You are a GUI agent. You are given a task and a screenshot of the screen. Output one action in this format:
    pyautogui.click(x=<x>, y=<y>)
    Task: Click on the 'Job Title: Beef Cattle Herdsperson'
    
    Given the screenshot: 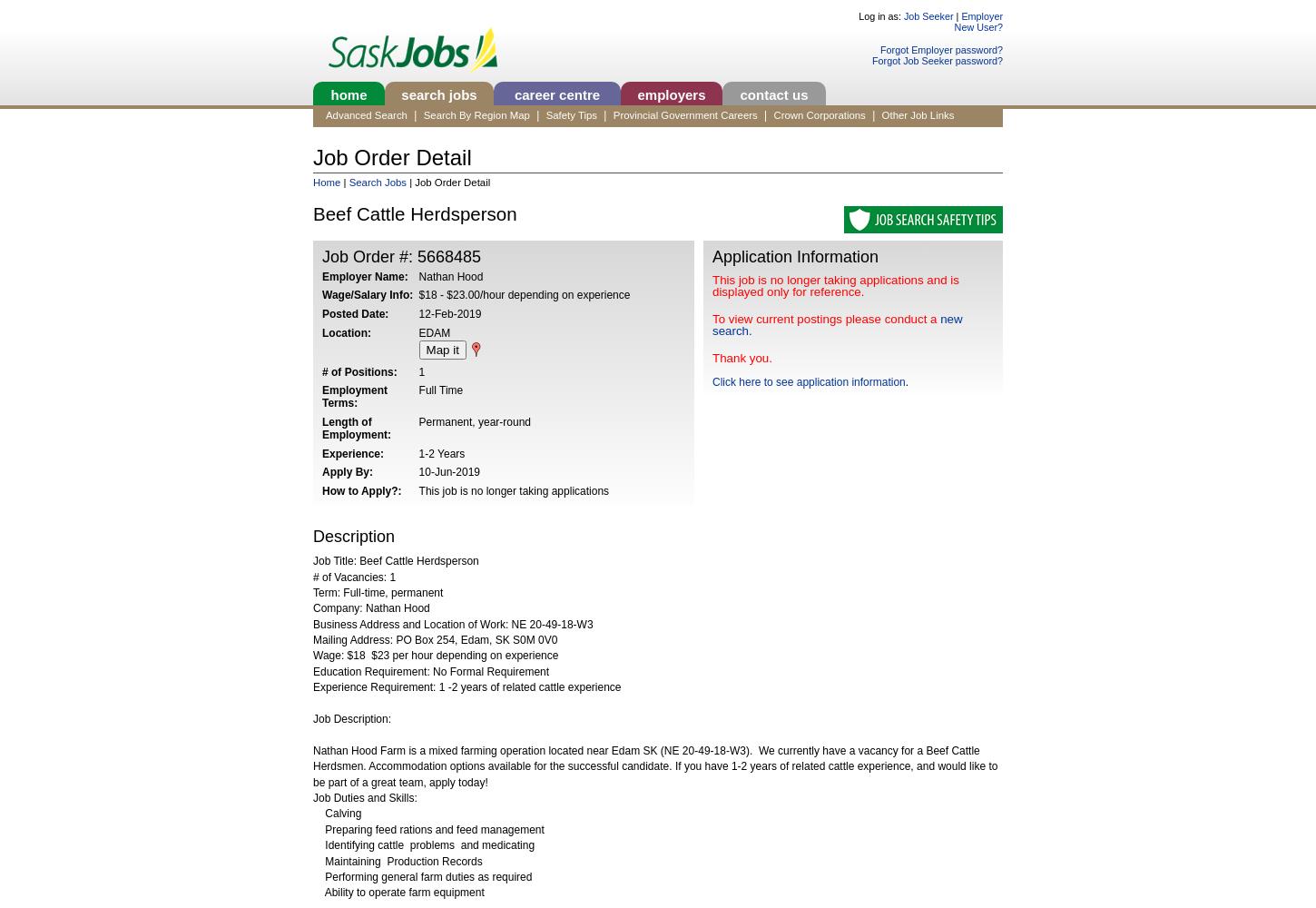 What is the action you would take?
    pyautogui.click(x=395, y=560)
    